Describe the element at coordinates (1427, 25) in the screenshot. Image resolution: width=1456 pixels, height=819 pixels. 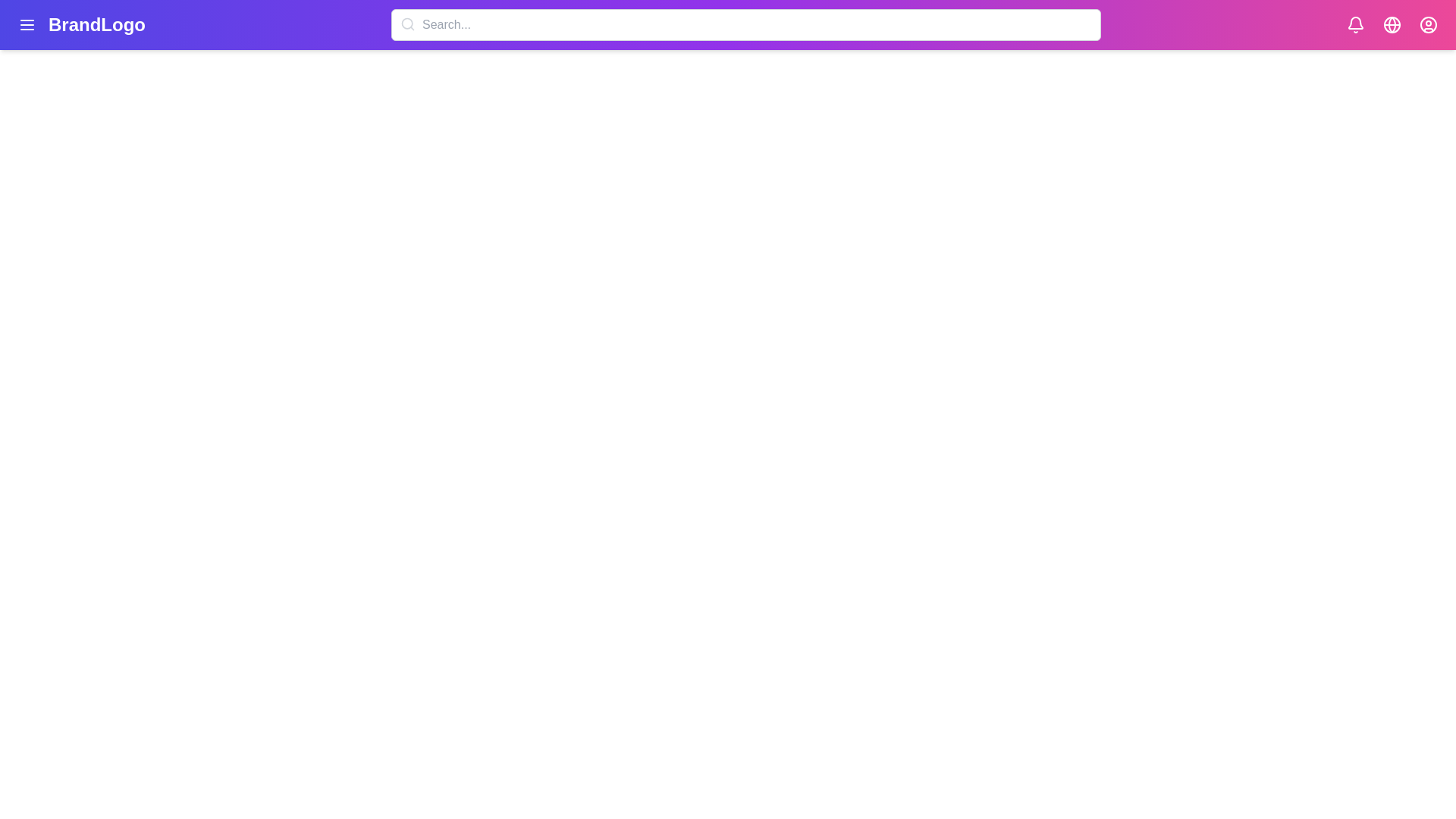
I see `the user profile icon button located in the top-right corner of the navigation bar` at that location.